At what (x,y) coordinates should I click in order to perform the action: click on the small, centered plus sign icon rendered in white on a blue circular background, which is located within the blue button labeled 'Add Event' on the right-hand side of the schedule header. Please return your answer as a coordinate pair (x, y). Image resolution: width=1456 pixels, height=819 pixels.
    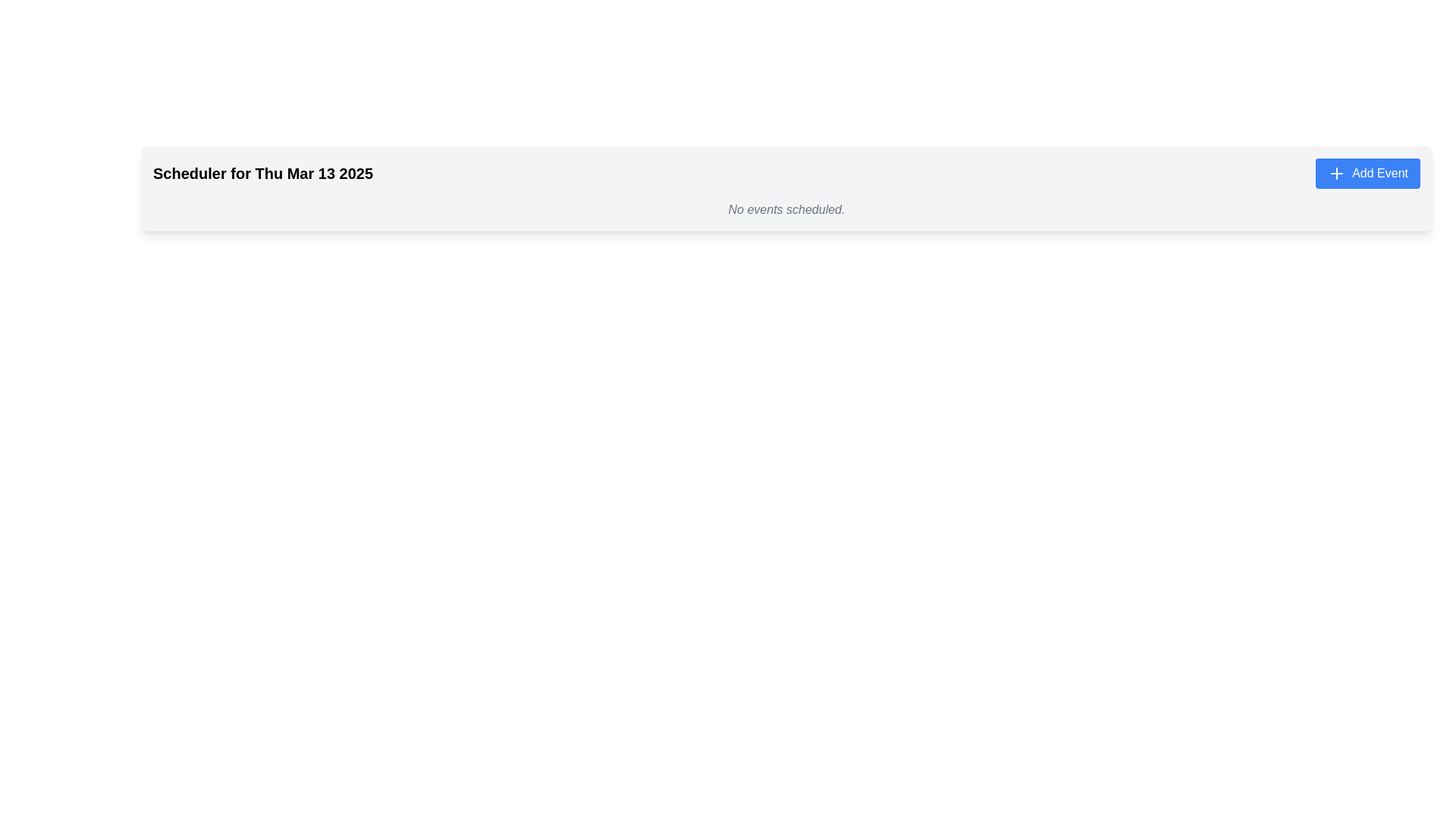
    Looking at the image, I should click on (1337, 172).